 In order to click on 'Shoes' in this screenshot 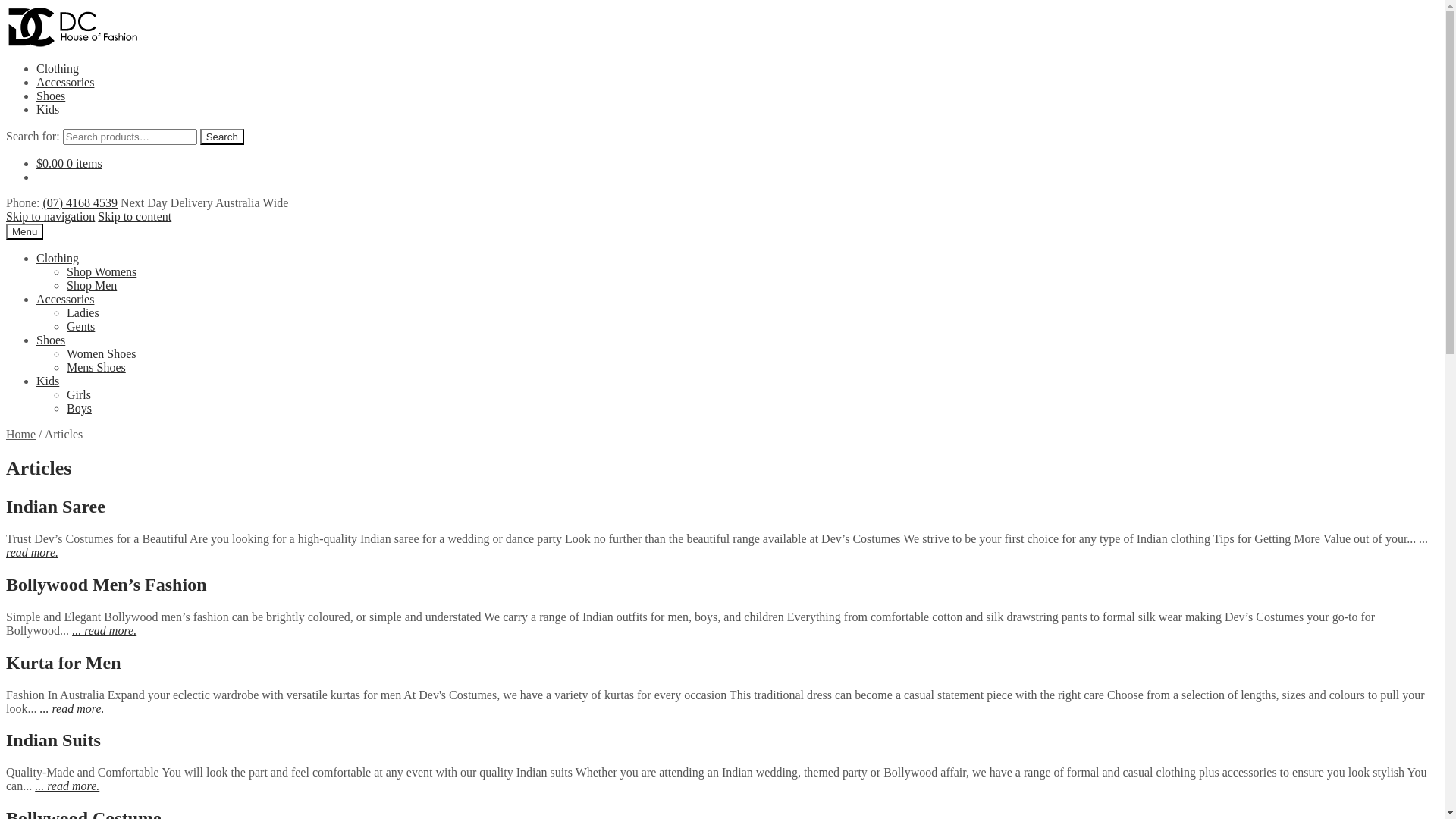, I will do `click(51, 339)`.